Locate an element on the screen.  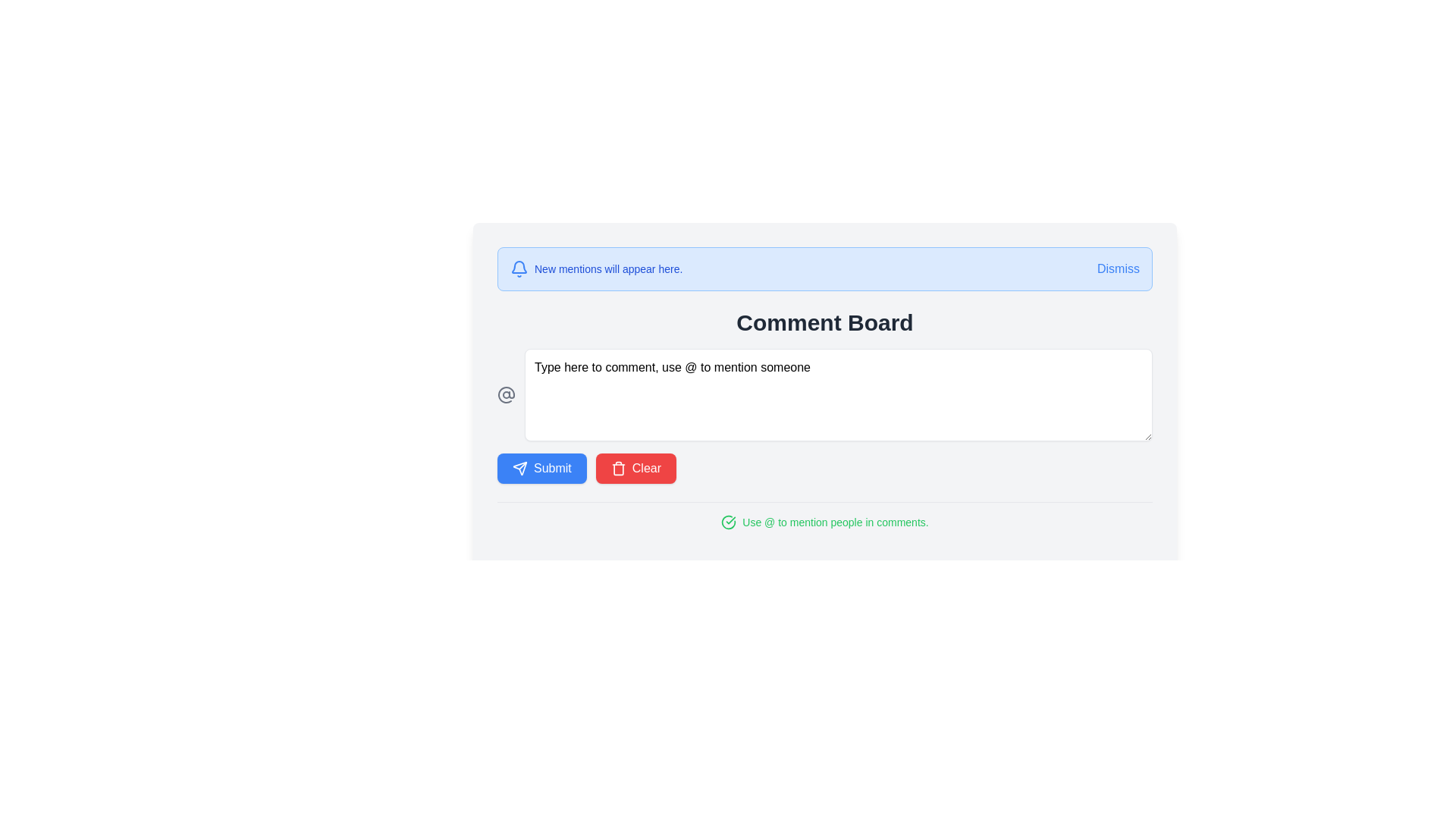
the trash bin icon located on the left side of the 'Clear' button, which is below the text input field and to the right of the 'Submit' button is located at coordinates (618, 467).